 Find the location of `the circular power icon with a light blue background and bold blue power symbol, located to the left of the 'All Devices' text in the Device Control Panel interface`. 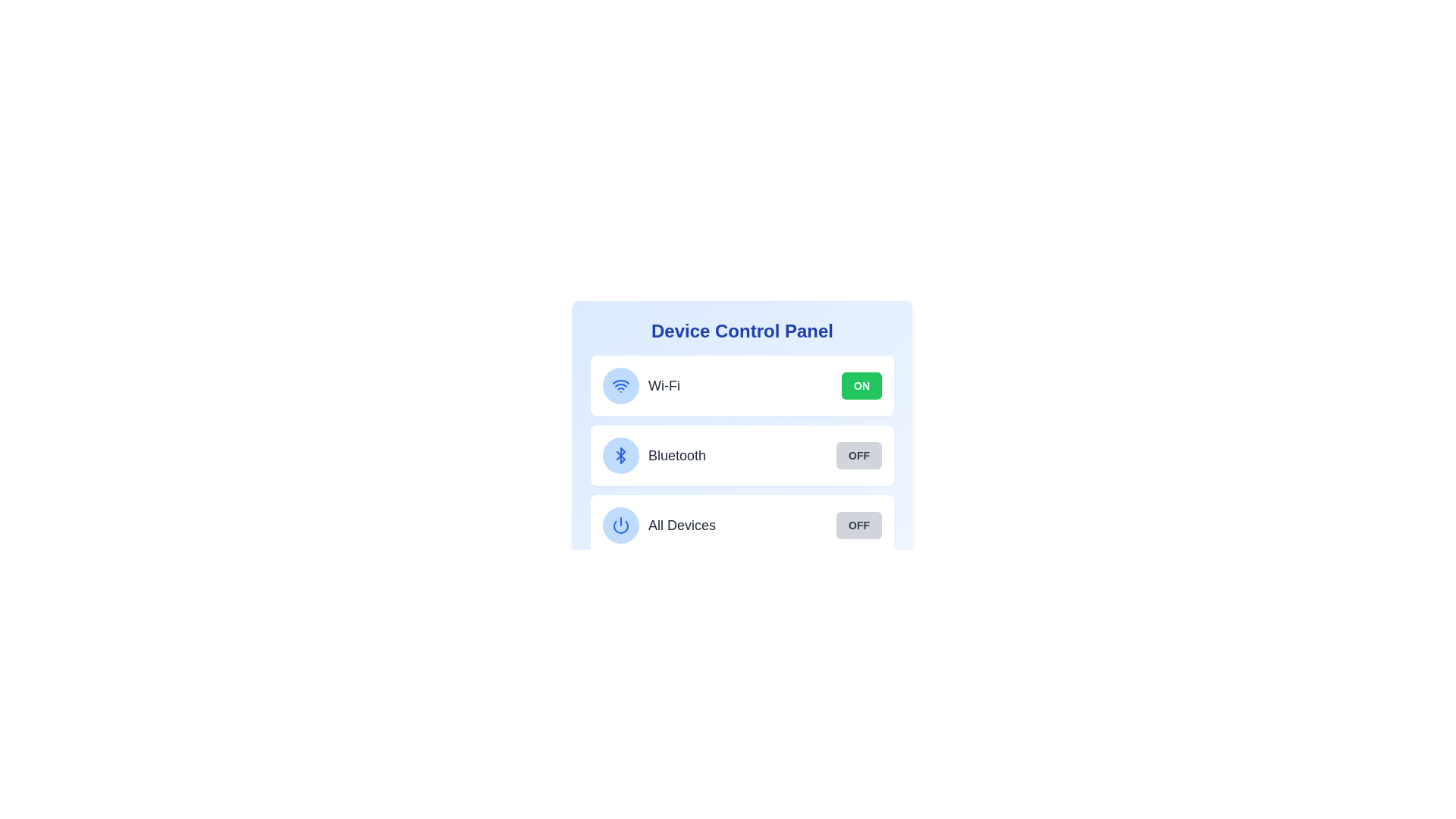

the circular power icon with a light blue background and bold blue power symbol, located to the left of the 'All Devices' text in the Device Control Panel interface is located at coordinates (621, 525).